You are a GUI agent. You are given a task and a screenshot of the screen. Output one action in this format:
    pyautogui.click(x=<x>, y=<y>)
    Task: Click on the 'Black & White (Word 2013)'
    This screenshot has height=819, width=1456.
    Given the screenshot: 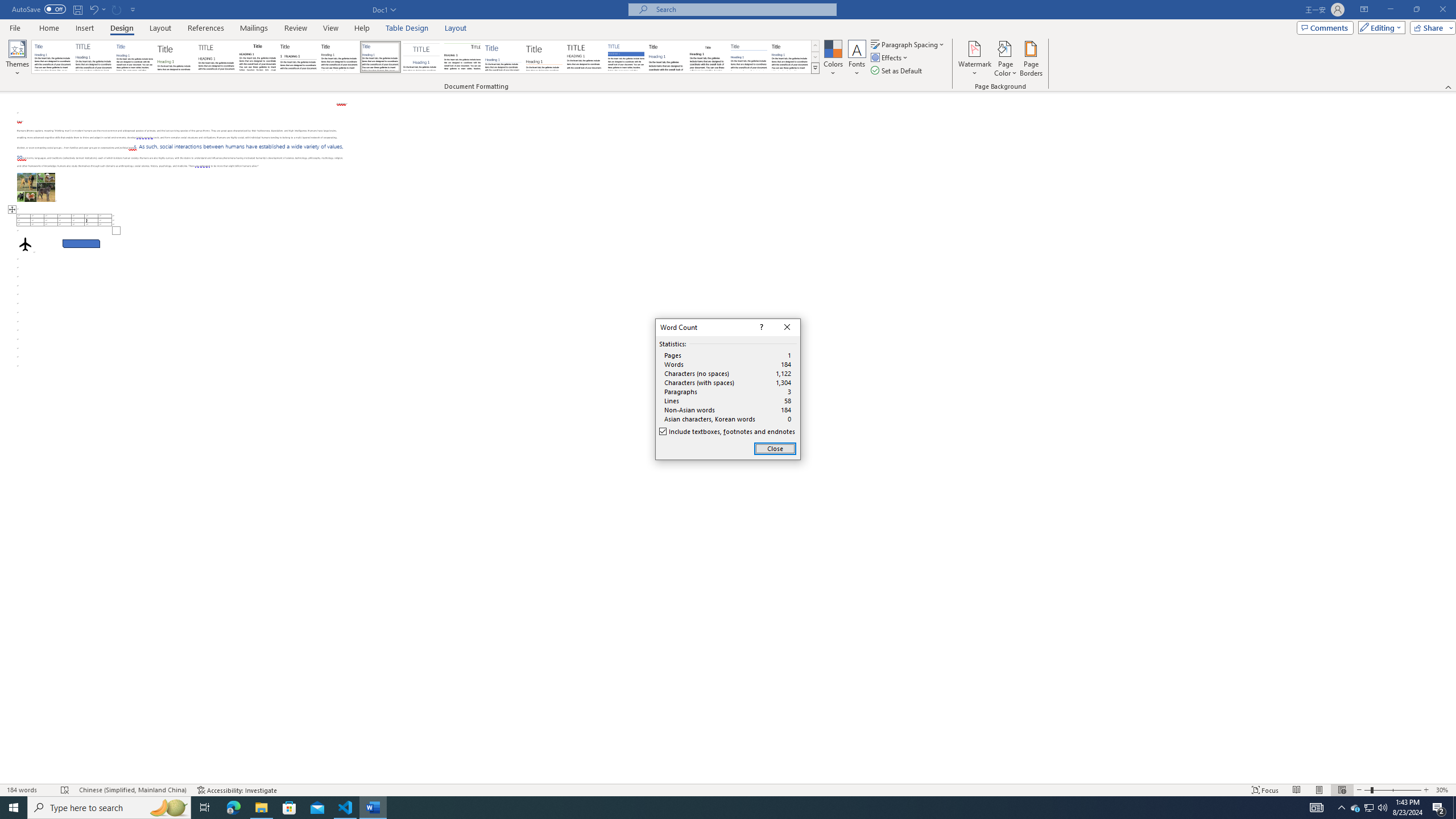 What is the action you would take?
    pyautogui.click(x=338, y=56)
    